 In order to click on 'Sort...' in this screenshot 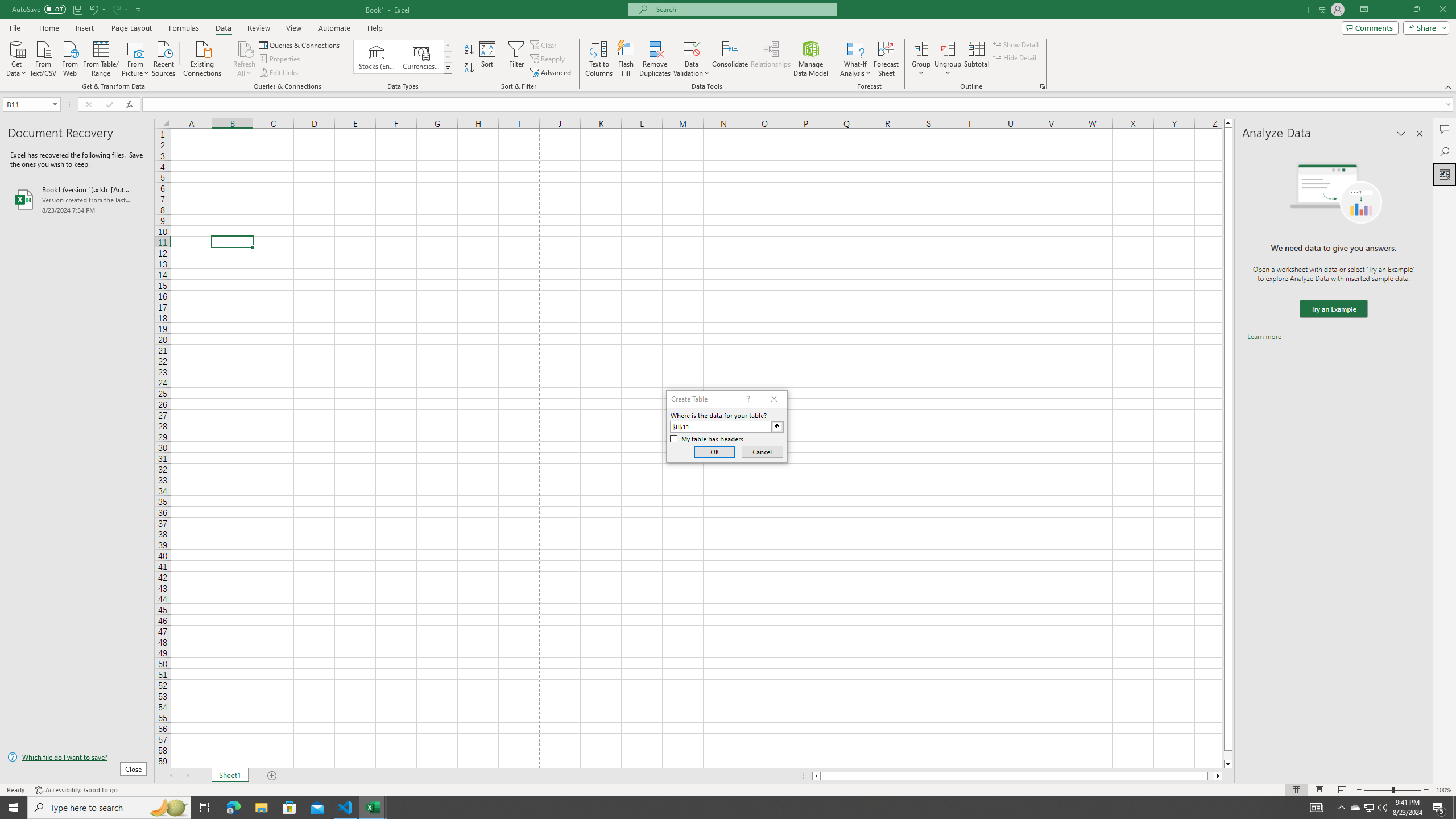, I will do `click(487, 59)`.